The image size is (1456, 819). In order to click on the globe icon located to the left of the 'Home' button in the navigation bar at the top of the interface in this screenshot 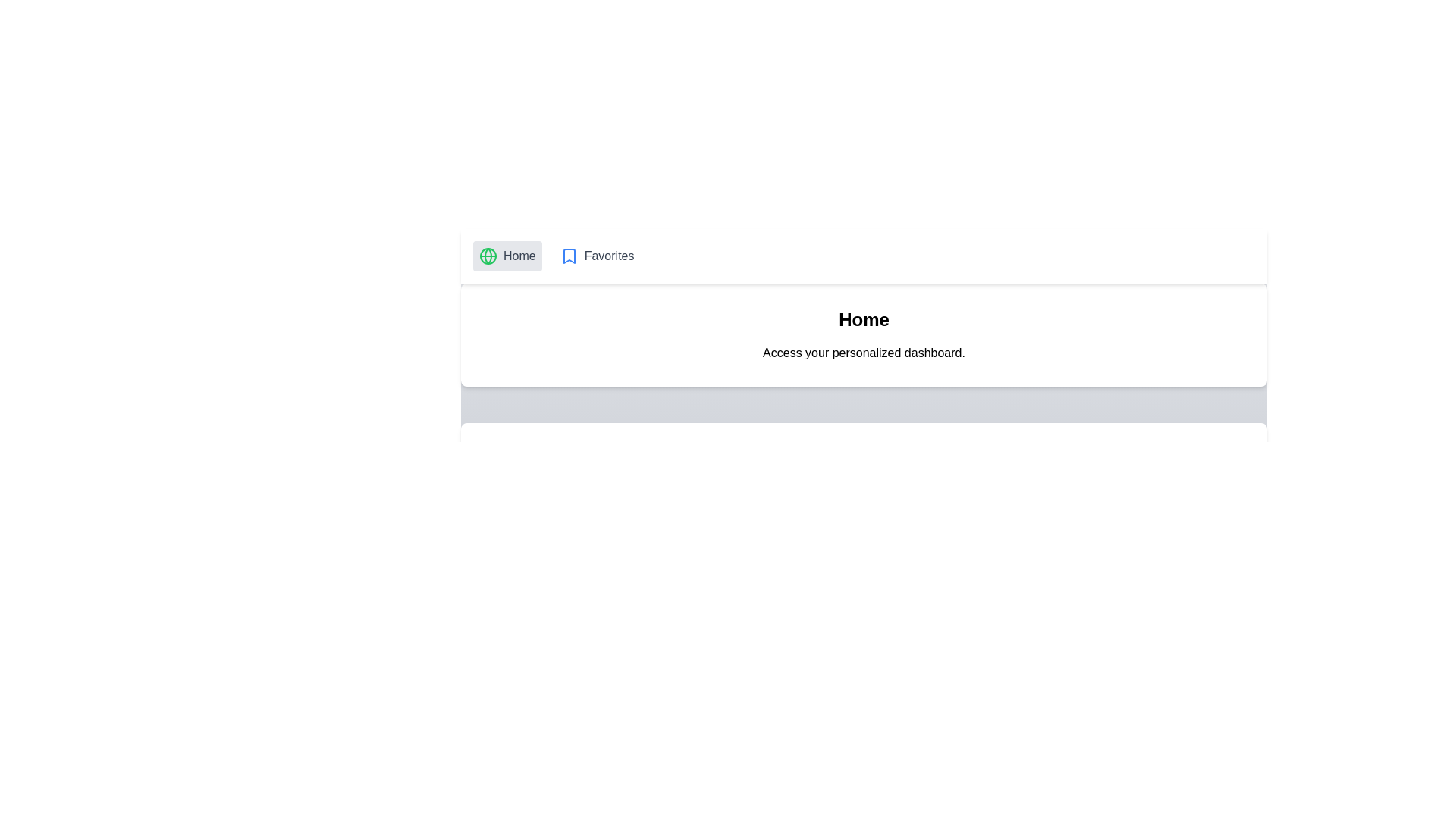, I will do `click(488, 256)`.